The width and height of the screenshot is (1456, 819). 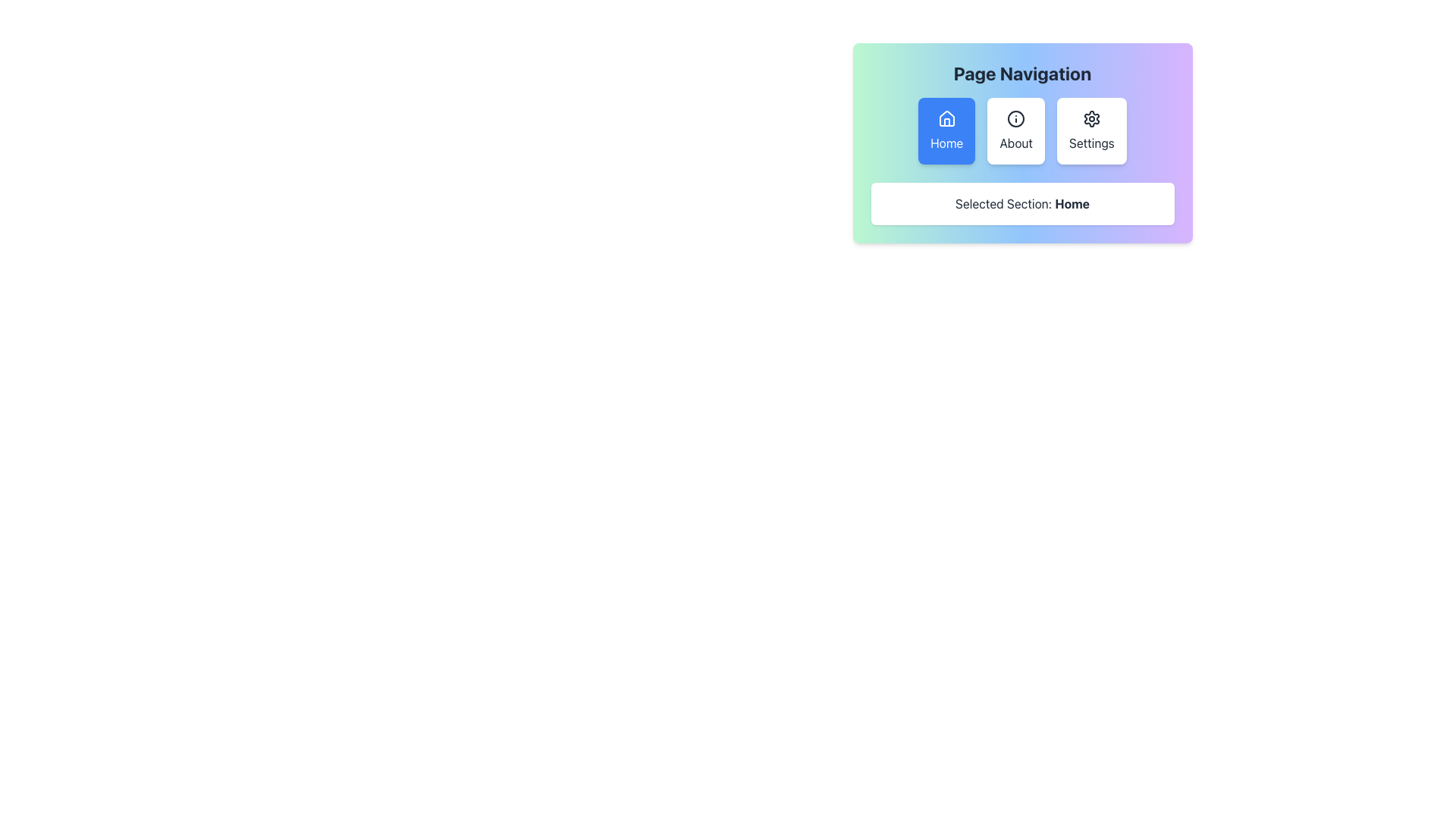 I want to click on the first navigation button that takes the user to the 'Home' section, located at the top left of the button group, so click(x=946, y=130).